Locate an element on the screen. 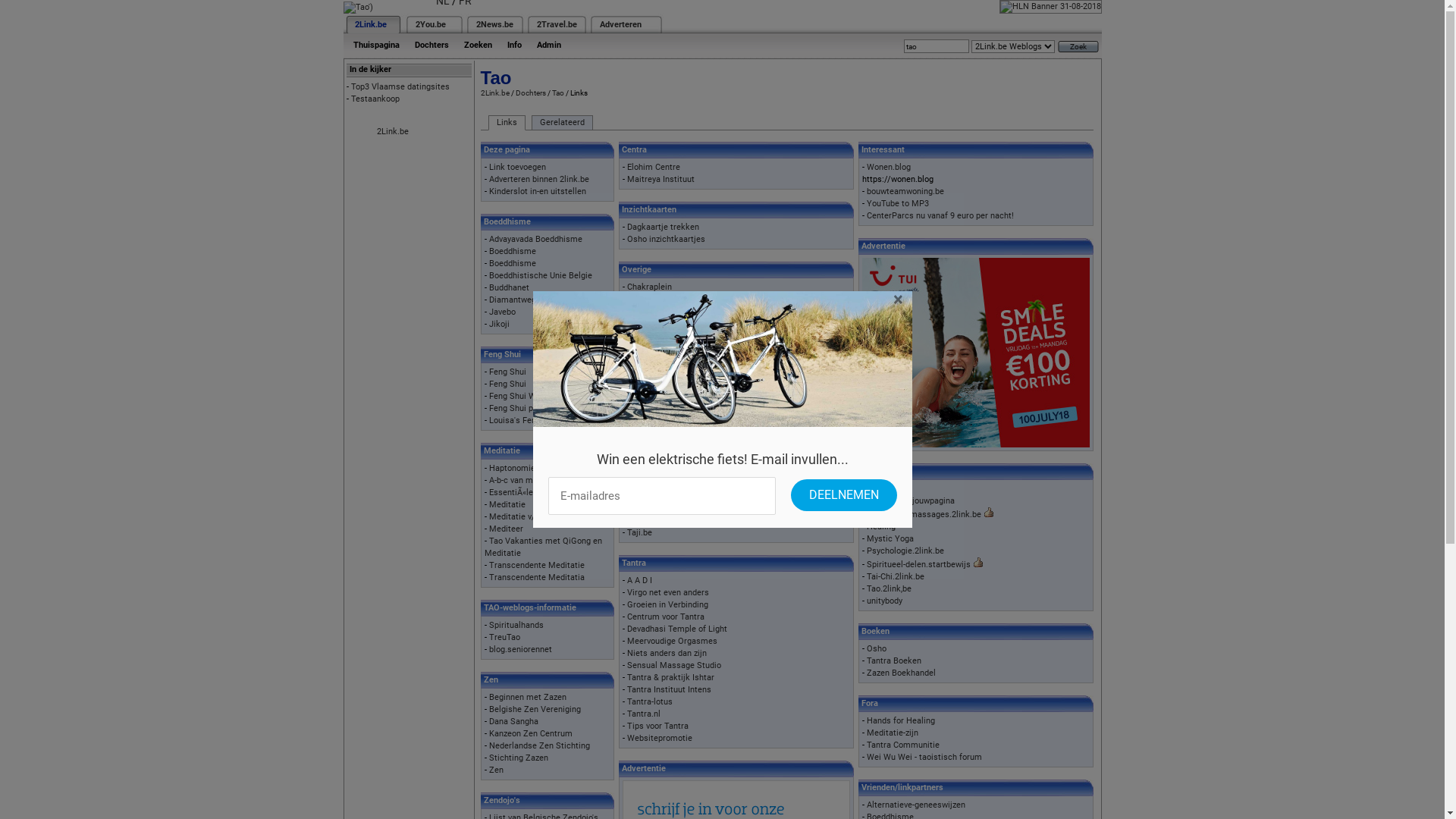 This screenshot has width=1456, height=819. 'unitybody' is located at coordinates (866, 600).